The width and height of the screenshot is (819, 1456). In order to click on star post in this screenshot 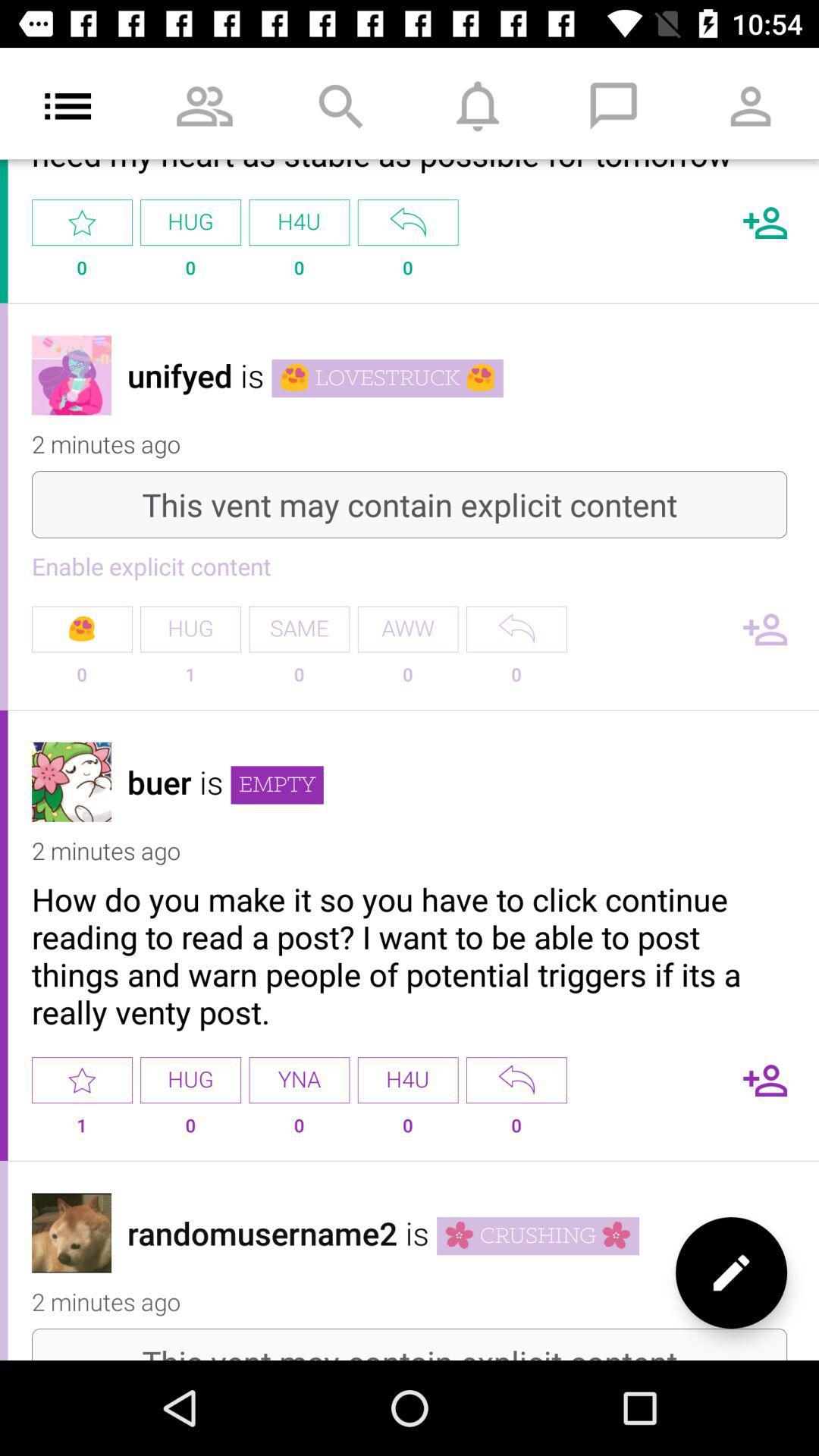, I will do `click(82, 1079)`.